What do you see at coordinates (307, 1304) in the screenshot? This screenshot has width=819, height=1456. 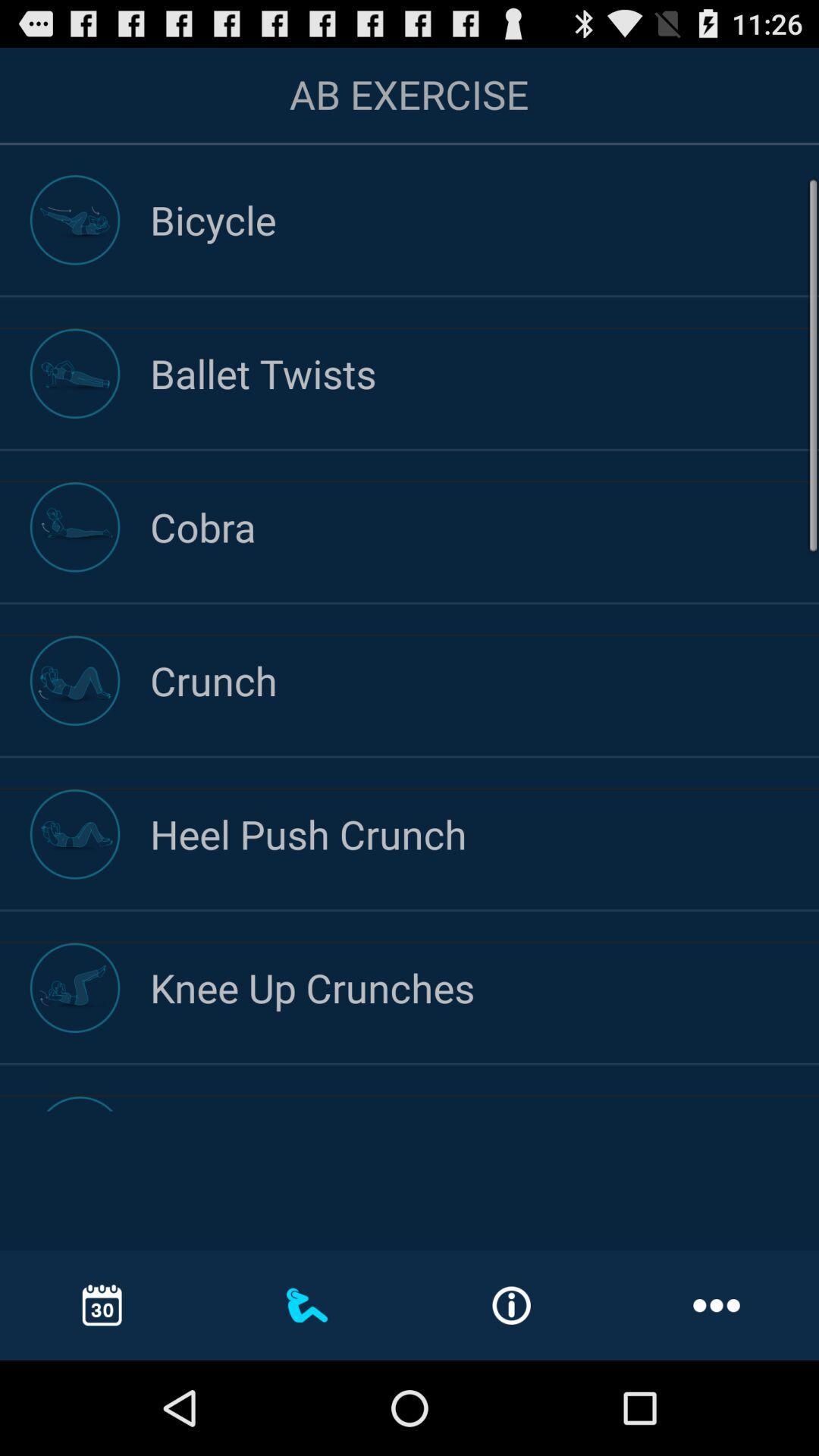 I see `the second button from bottom left corner of the page` at bounding box center [307, 1304].